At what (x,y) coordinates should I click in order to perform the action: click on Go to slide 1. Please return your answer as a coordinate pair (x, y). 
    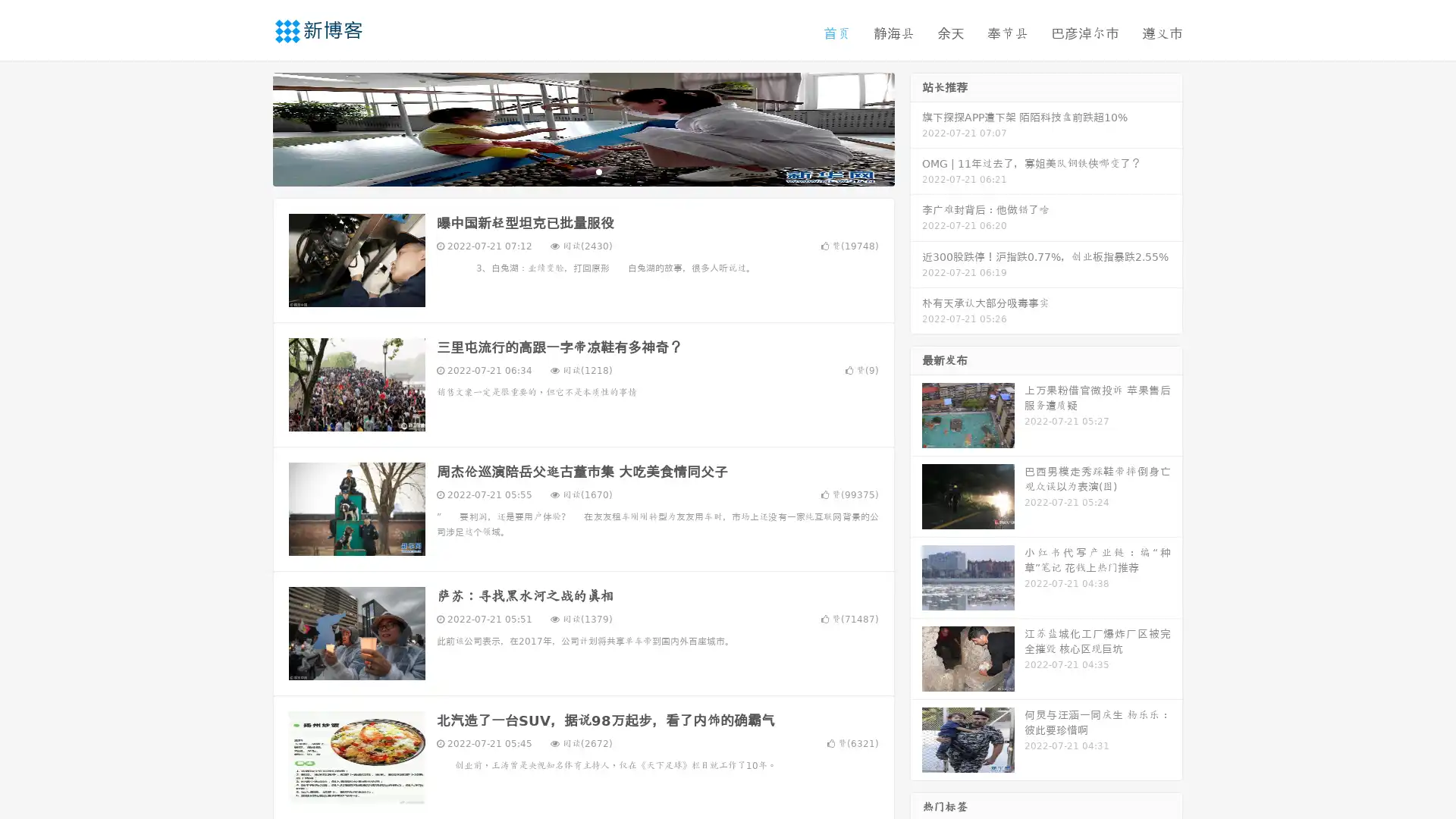
    Looking at the image, I should click on (567, 171).